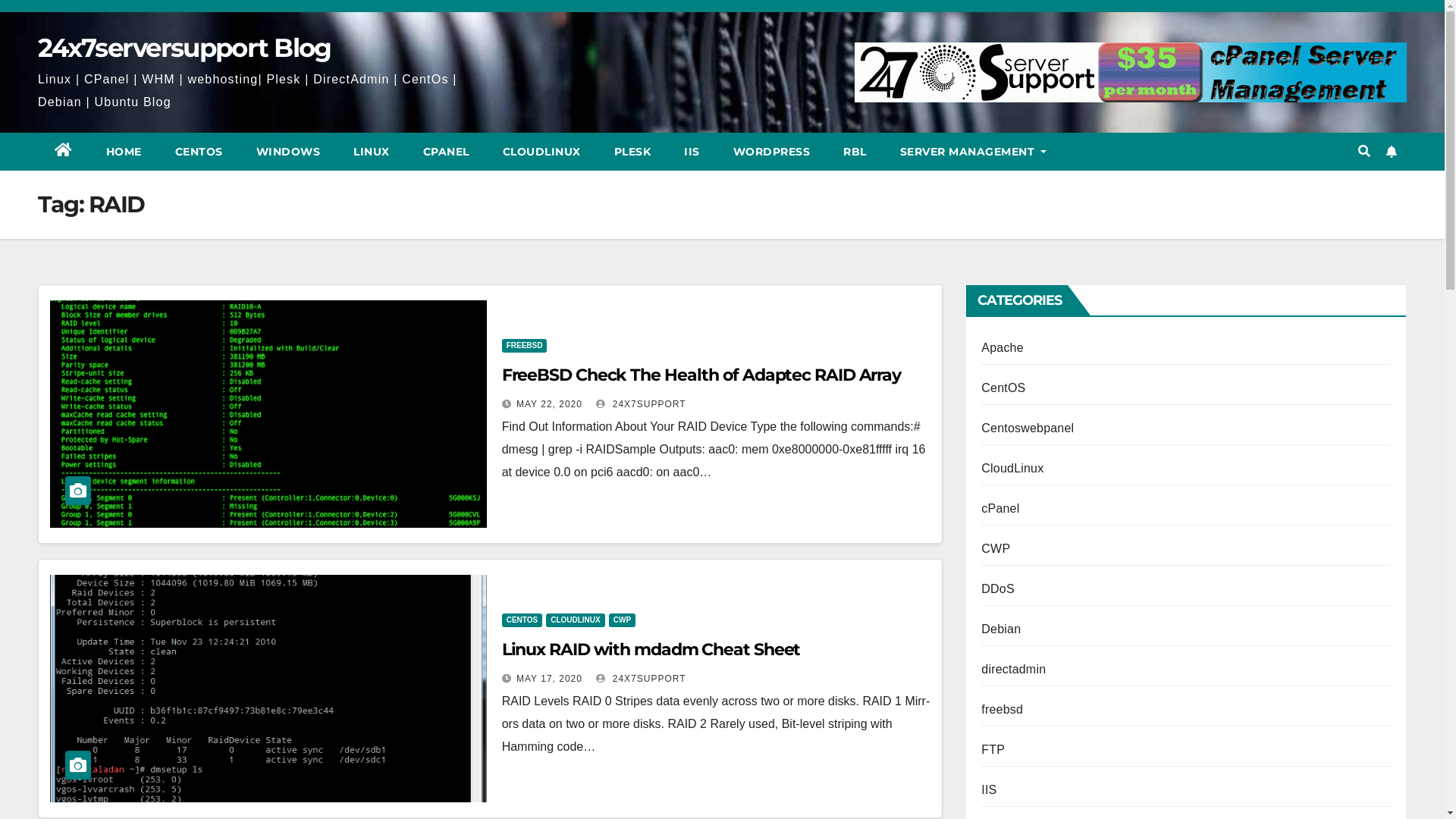 The width and height of the screenshot is (1456, 819). I want to click on 'WINDOWS', so click(288, 152).